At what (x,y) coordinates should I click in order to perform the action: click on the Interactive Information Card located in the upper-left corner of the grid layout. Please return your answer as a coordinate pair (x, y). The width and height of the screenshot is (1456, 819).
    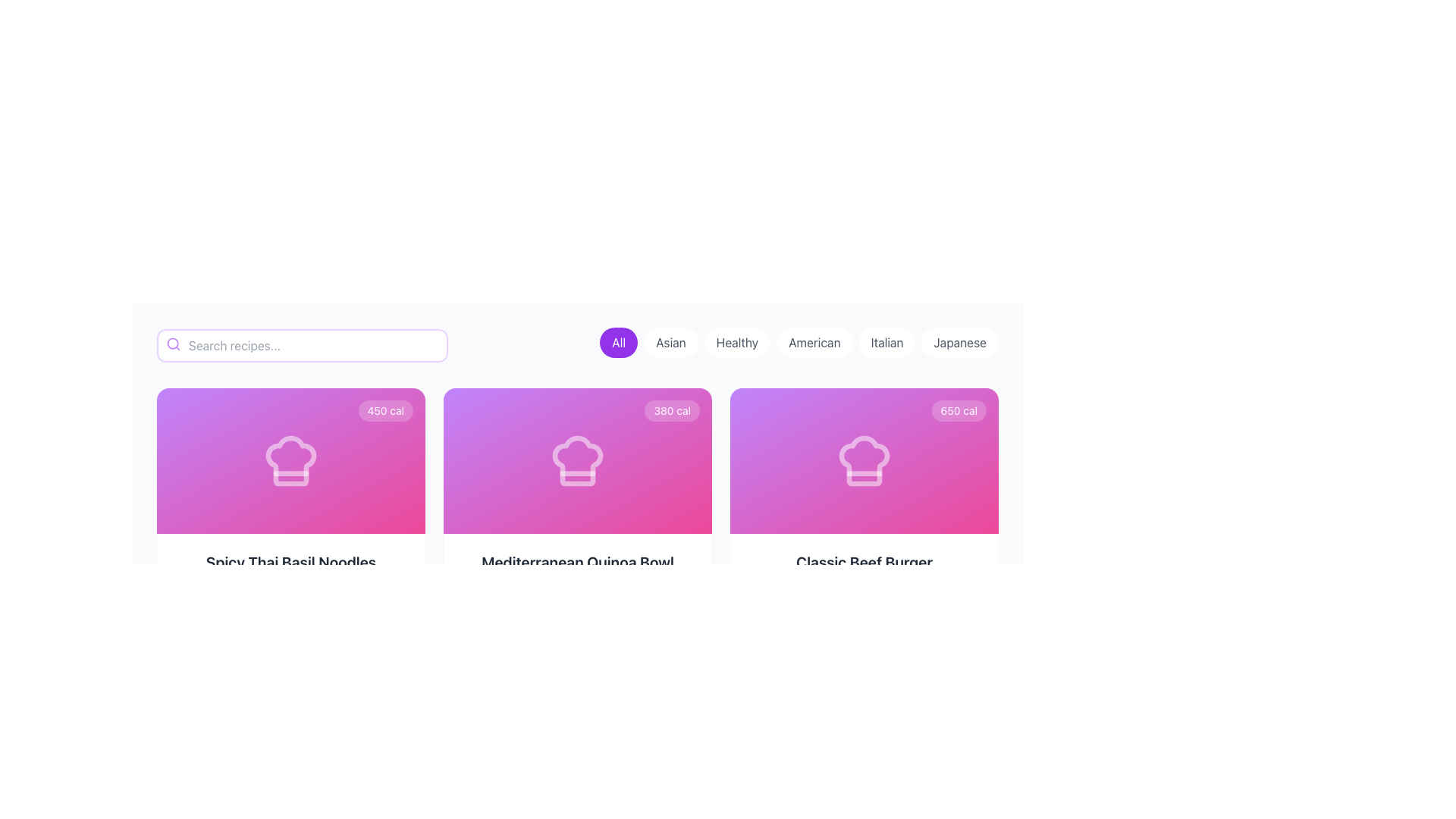
    Looking at the image, I should click on (291, 517).